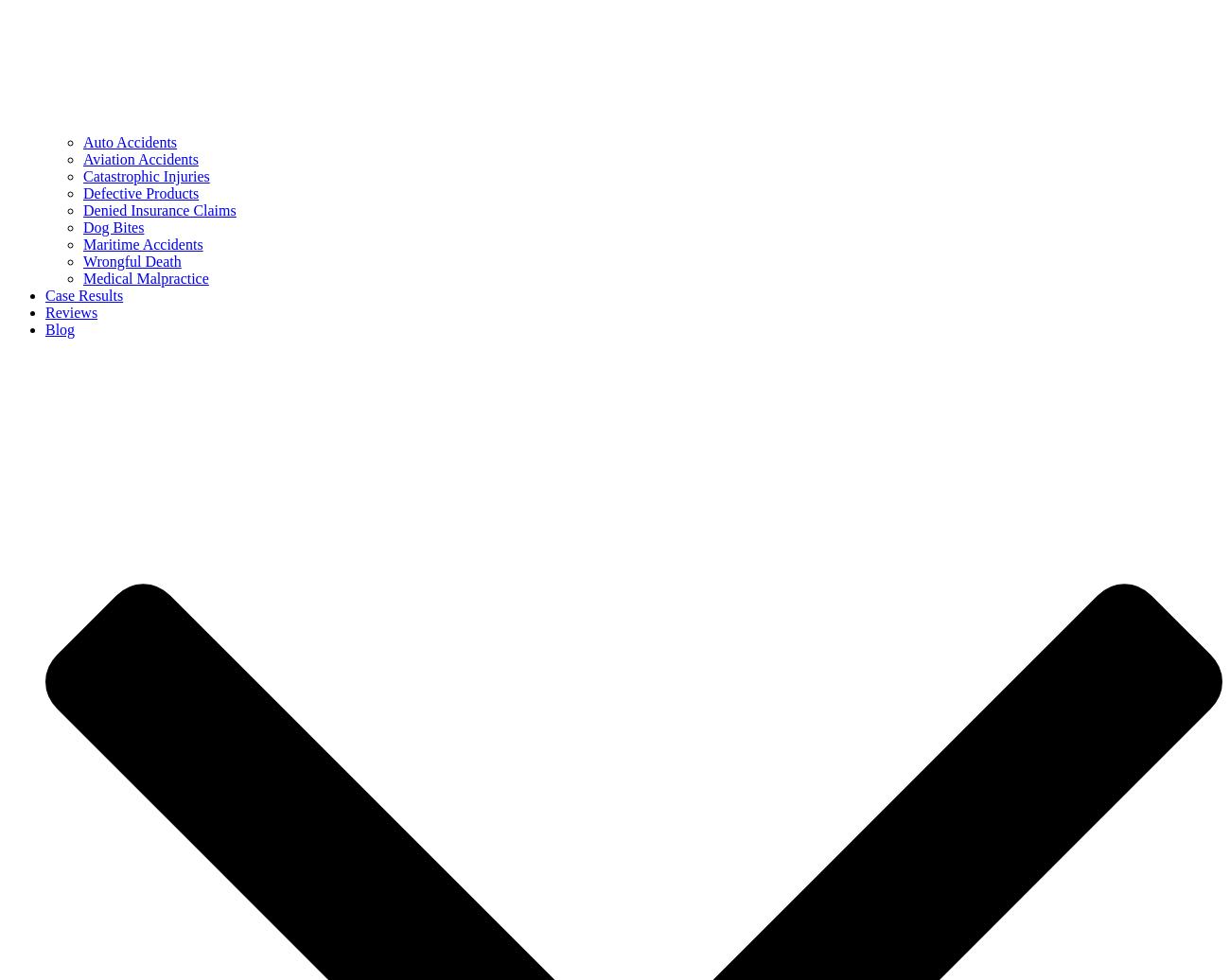 This screenshot has width=1230, height=980. Describe the element at coordinates (112, 227) in the screenshot. I see `'Dog Bites'` at that location.